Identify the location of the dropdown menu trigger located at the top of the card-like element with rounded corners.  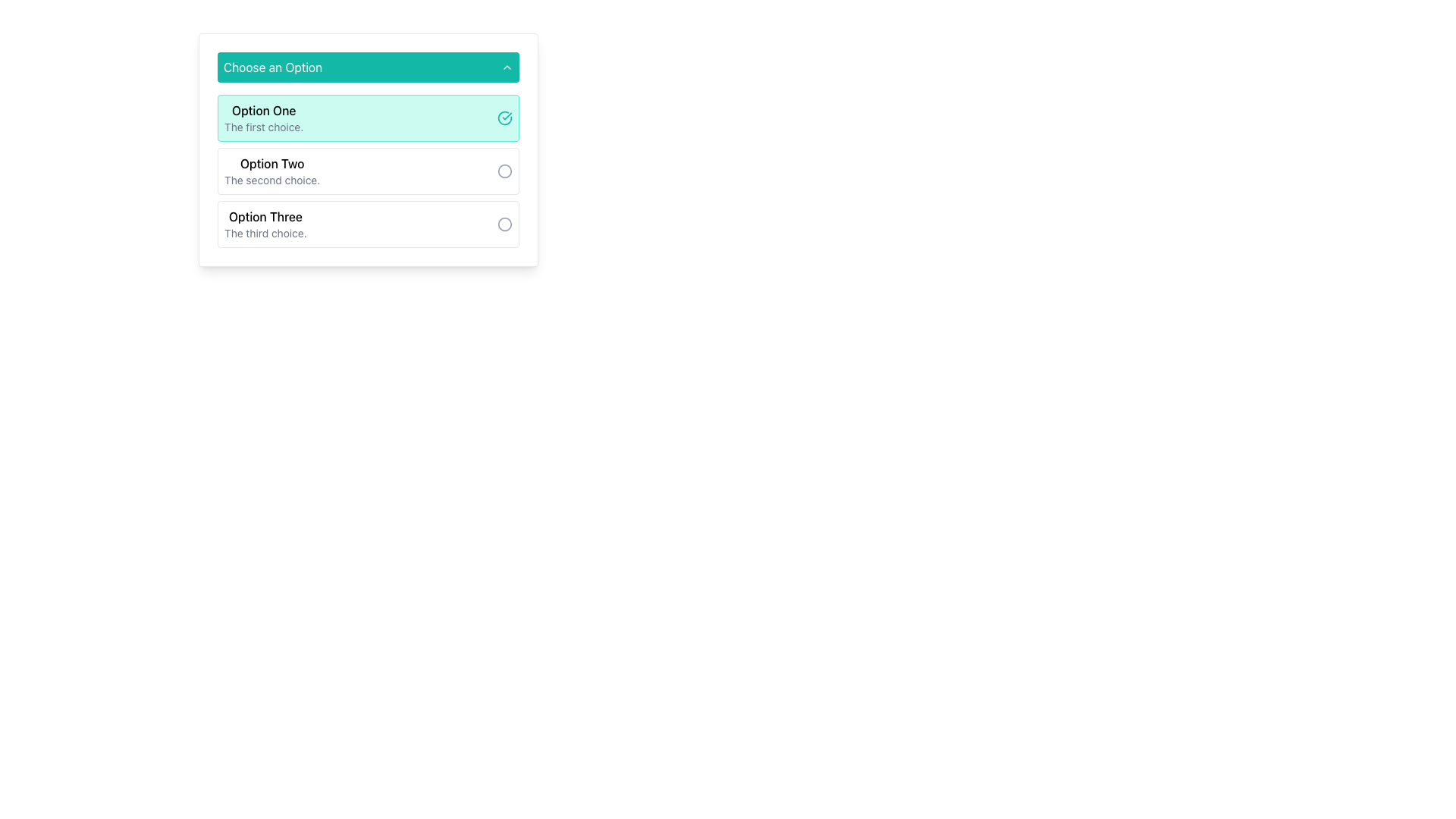
(368, 66).